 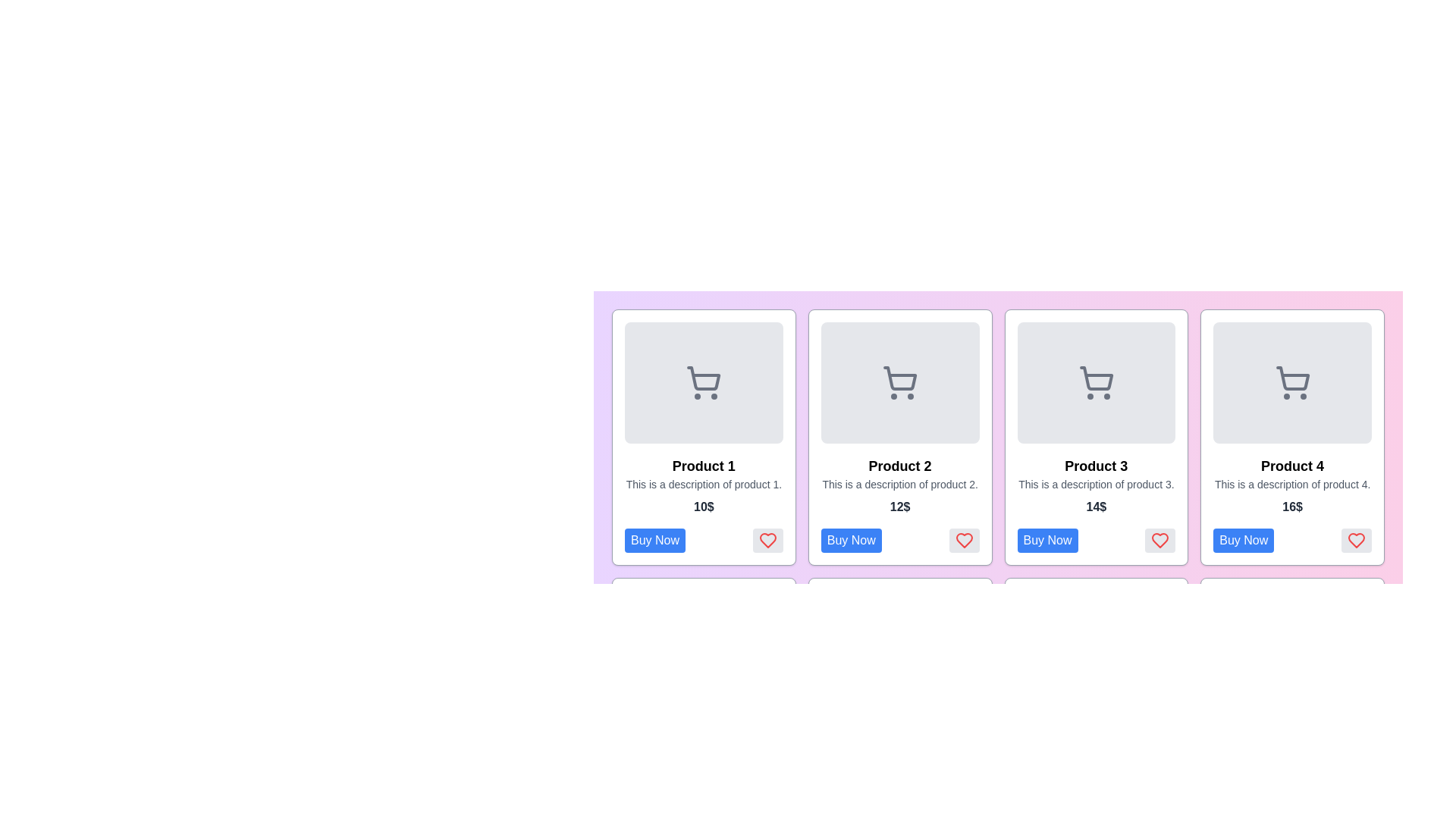 What do you see at coordinates (963, 540) in the screenshot?
I see `the rounded rectangular button with a light gray background and a red heart icon, located immediately to the right of the 'Buy Now' button in the product card layout, which is the second button from the right below 'Product 2'` at bounding box center [963, 540].